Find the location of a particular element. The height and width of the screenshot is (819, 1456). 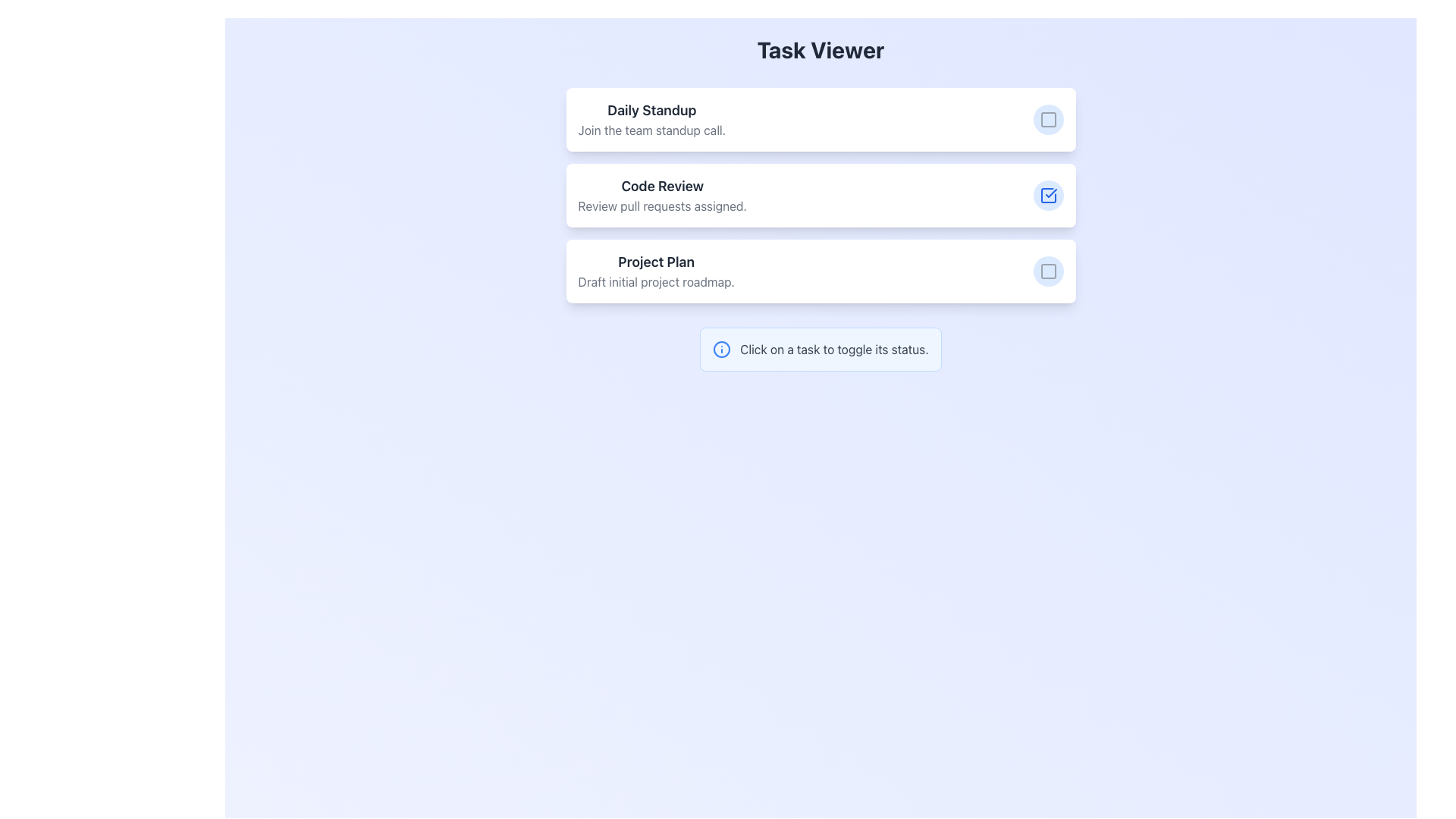

the text label that says 'Join the team standup call.' which is styled in gray and positioned directly below the bold title 'Daily Standup.' is located at coordinates (651, 130).